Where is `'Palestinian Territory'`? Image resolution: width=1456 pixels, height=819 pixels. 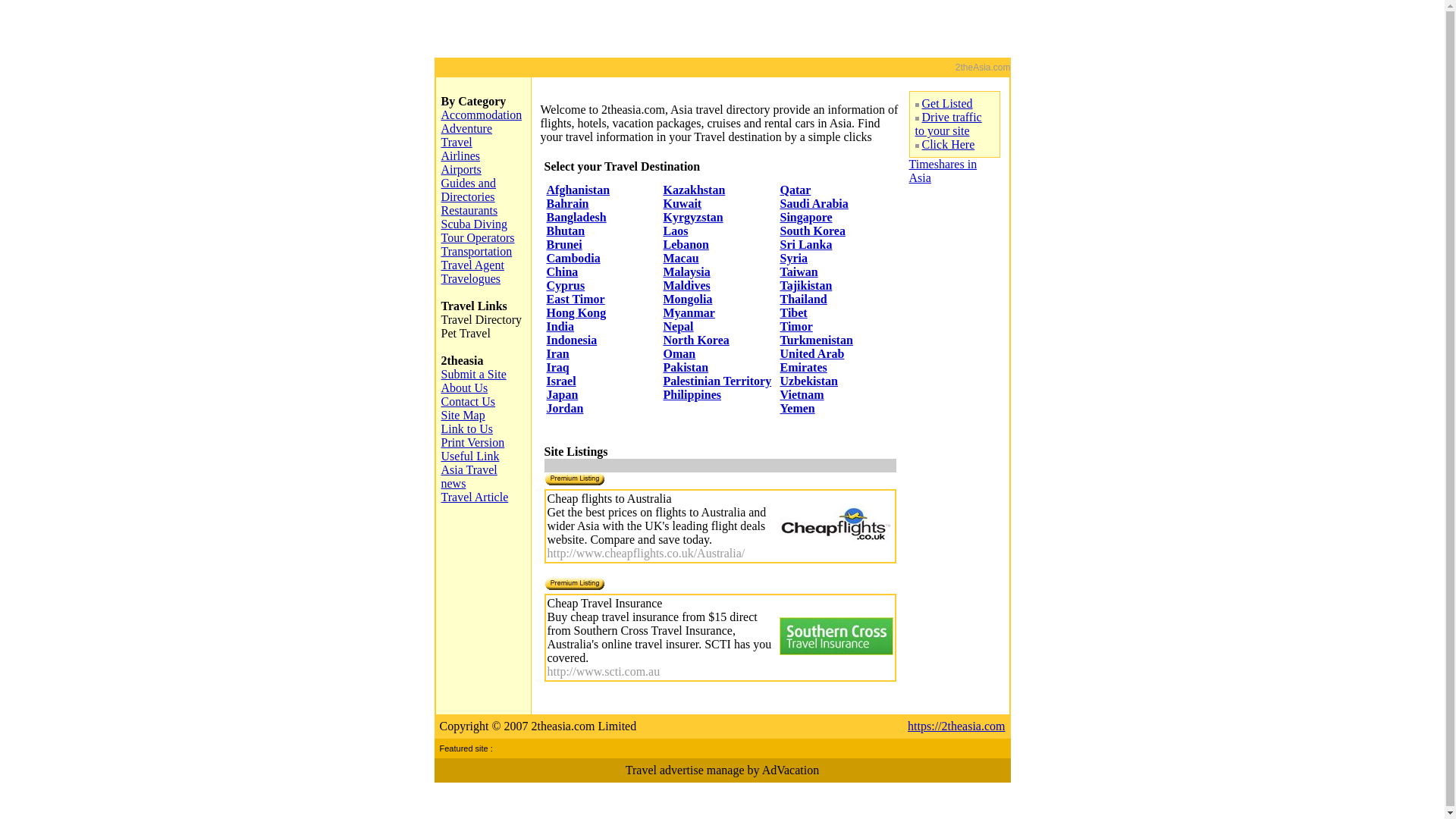 'Palestinian Territory' is located at coordinates (716, 380).